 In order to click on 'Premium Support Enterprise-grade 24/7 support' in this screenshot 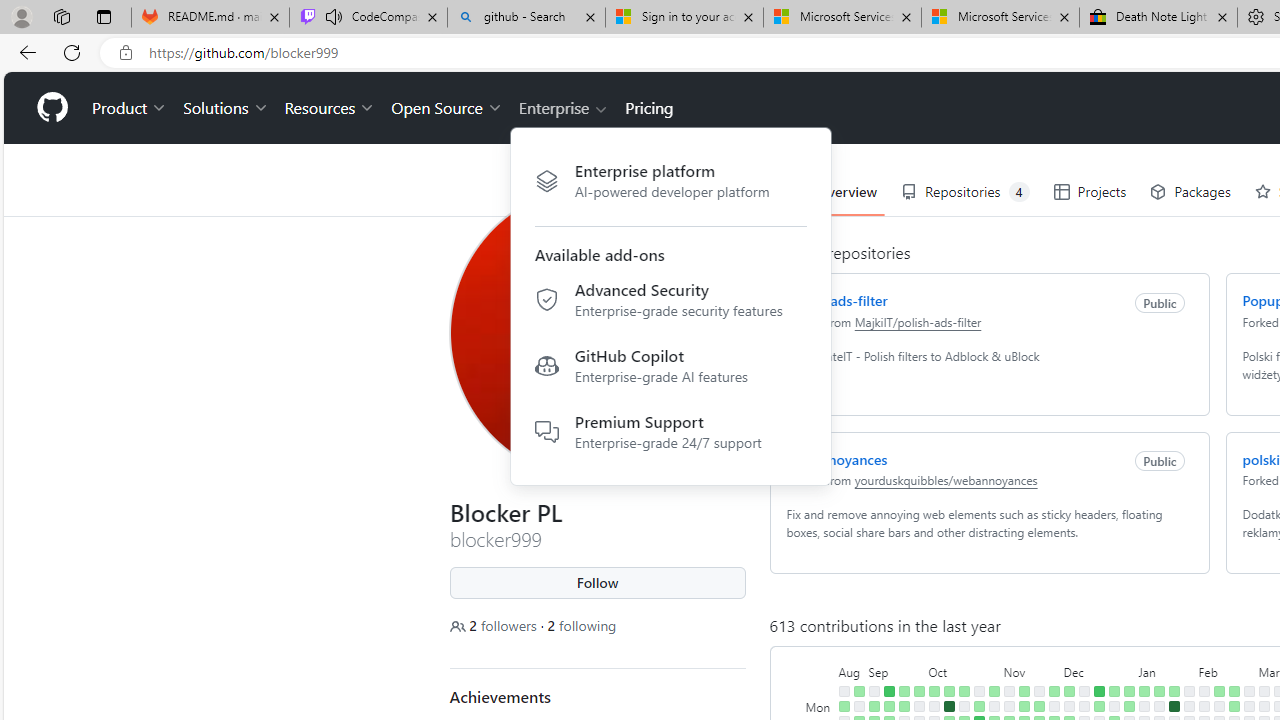, I will do `click(670, 430)`.